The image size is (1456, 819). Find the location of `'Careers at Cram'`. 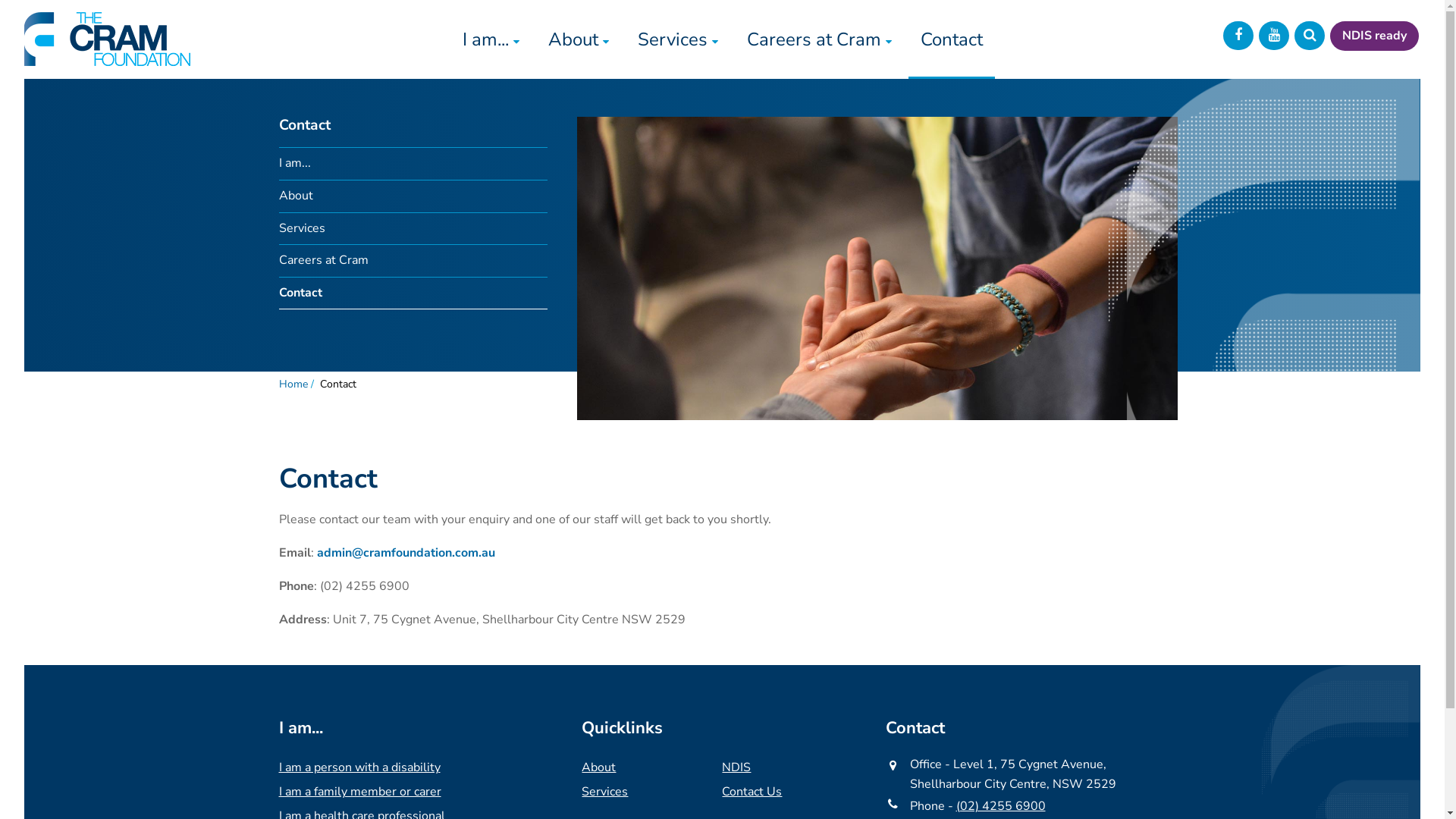

'Careers at Cram' is located at coordinates (818, 38).